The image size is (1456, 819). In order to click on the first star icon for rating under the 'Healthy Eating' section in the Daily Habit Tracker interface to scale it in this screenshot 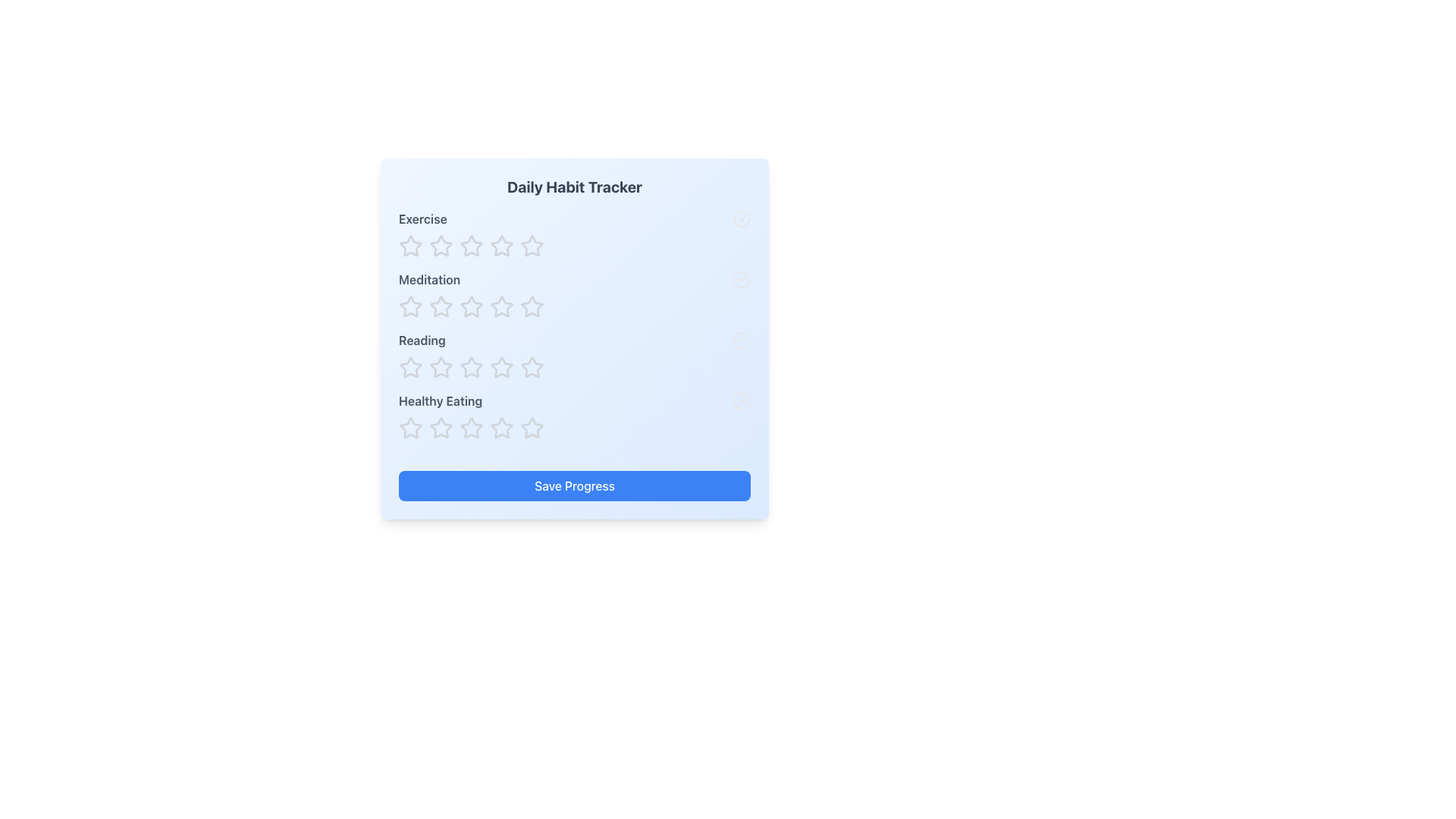, I will do `click(411, 428)`.